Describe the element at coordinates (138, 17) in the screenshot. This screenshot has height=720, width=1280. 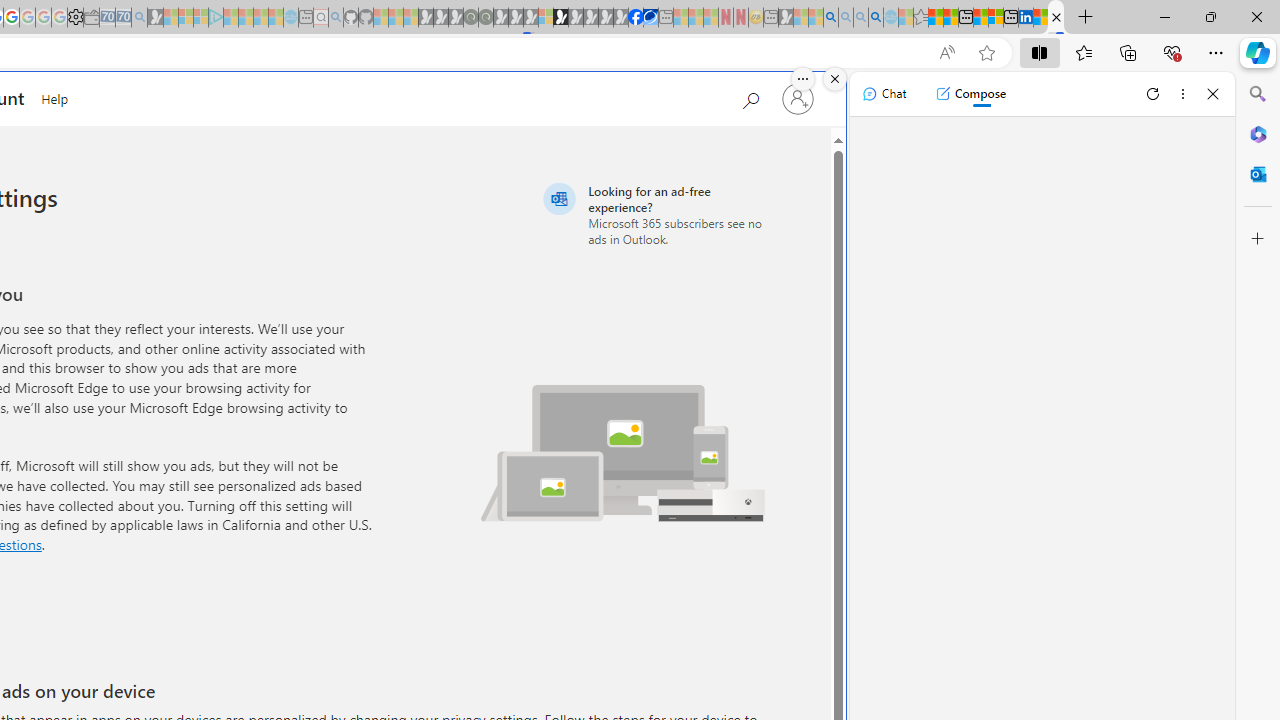
I see `'Bing Real Estate - Home sales and rental listings - Sleeping'` at that location.